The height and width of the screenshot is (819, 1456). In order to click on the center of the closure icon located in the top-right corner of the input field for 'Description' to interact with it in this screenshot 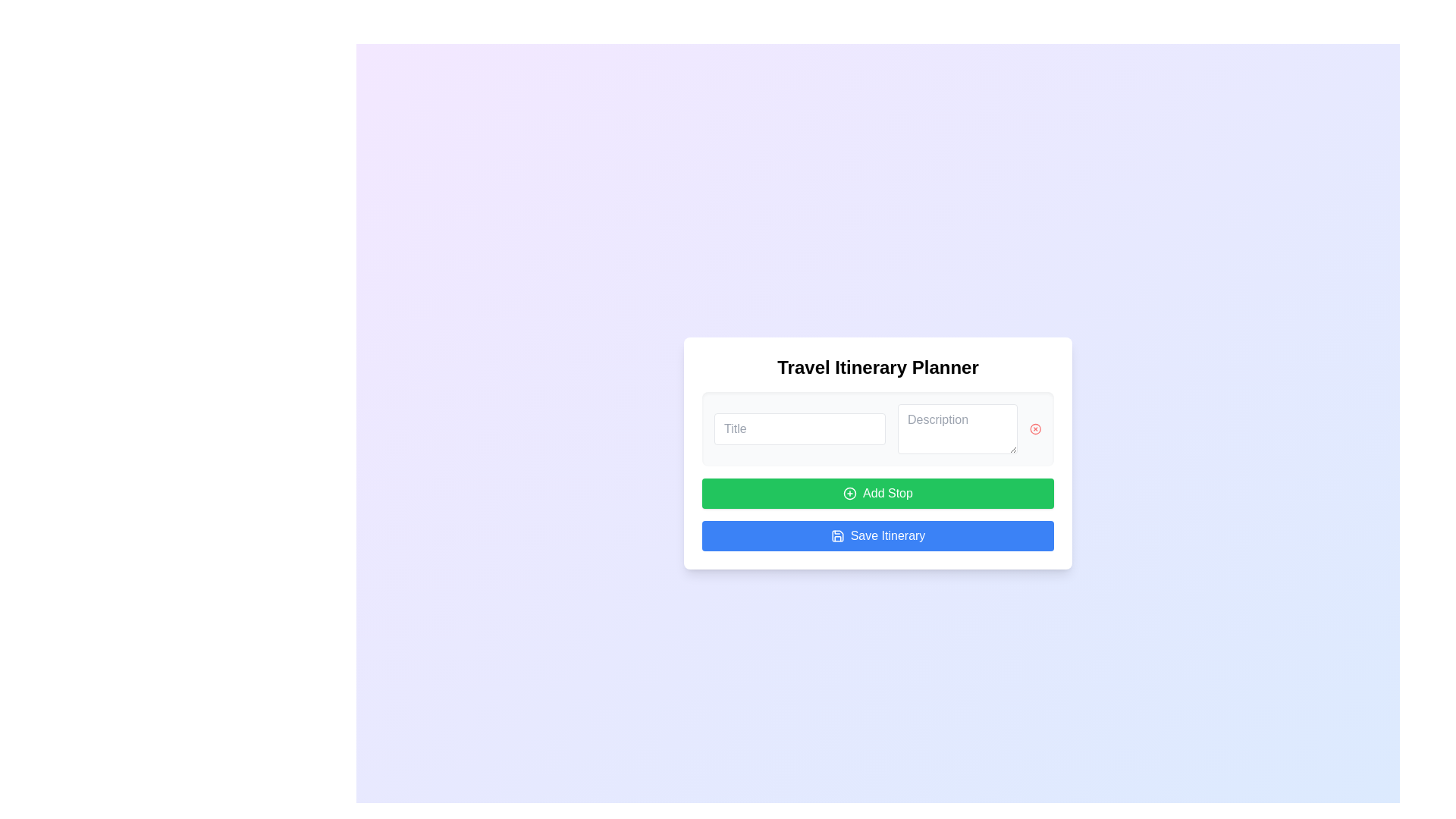, I will do `click(1035, 429)`.